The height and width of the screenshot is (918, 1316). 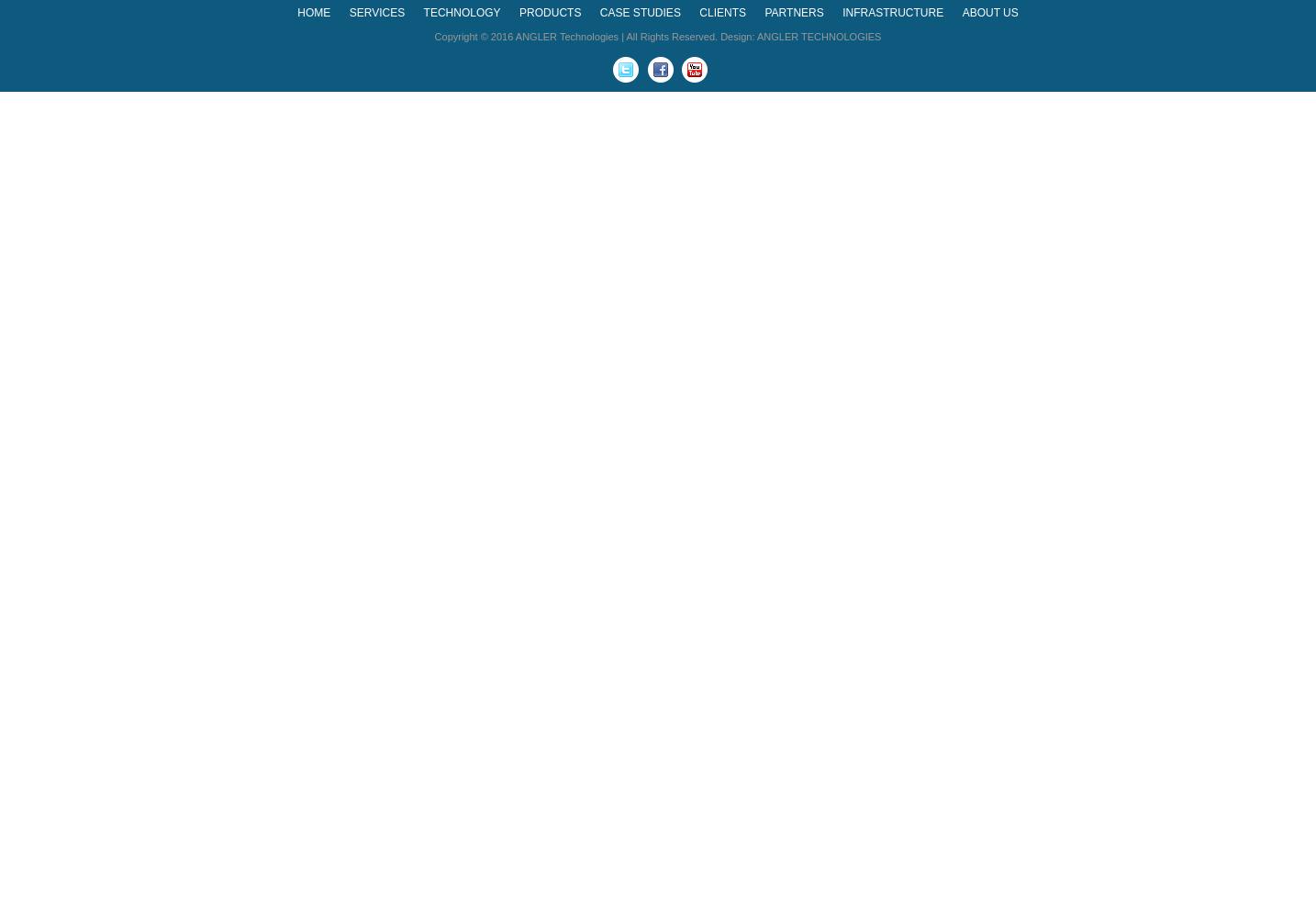 What do you see at coordinates (764, 13) in the screenshot?
I see `'PARTNERS'` at bounding box center [764, 13].